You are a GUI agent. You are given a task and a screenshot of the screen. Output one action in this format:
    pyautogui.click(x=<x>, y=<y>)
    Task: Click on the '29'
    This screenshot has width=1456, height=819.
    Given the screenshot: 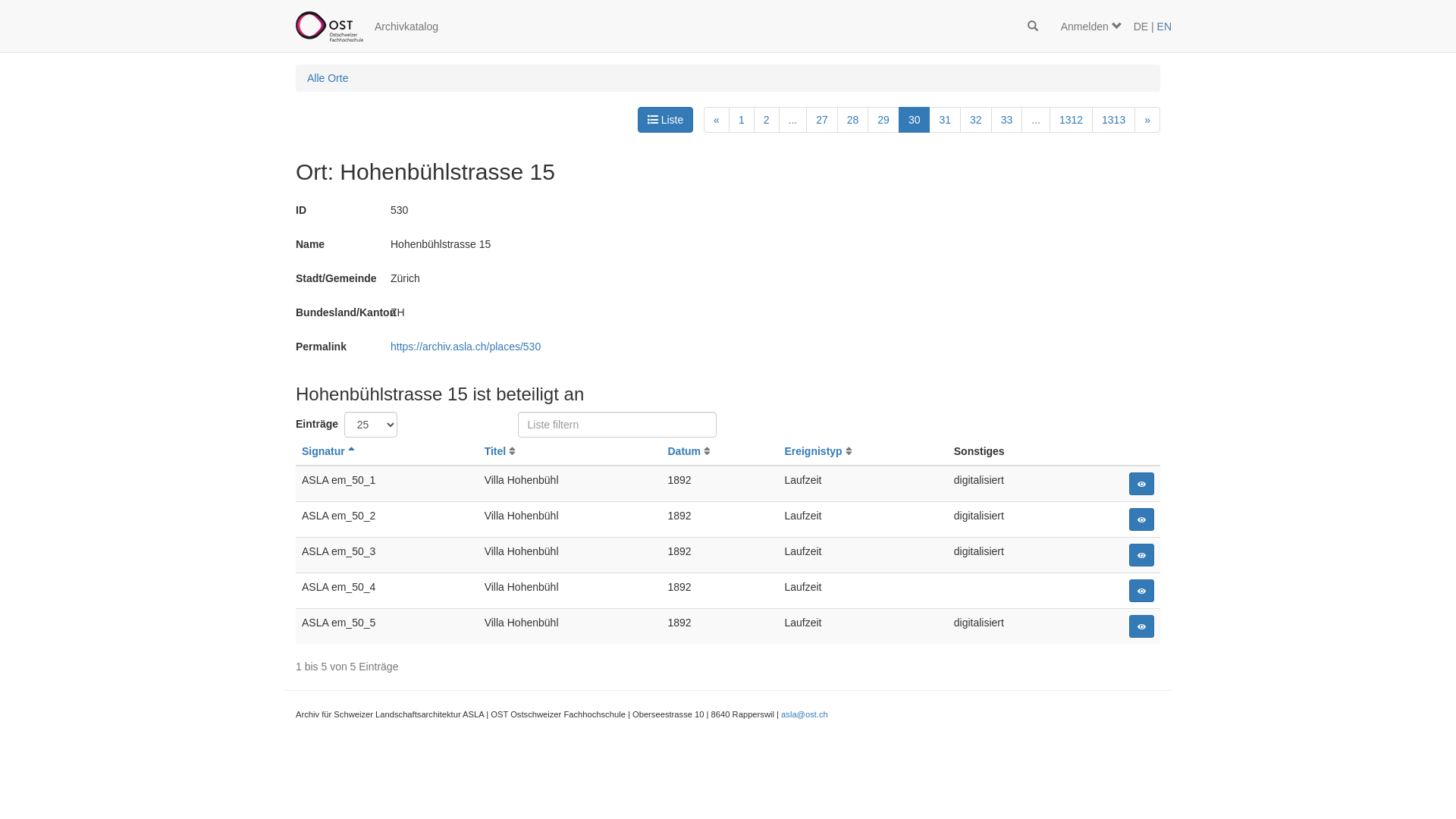 What is the action you would take?
    pyautogui.click(x=883, y=119)
    